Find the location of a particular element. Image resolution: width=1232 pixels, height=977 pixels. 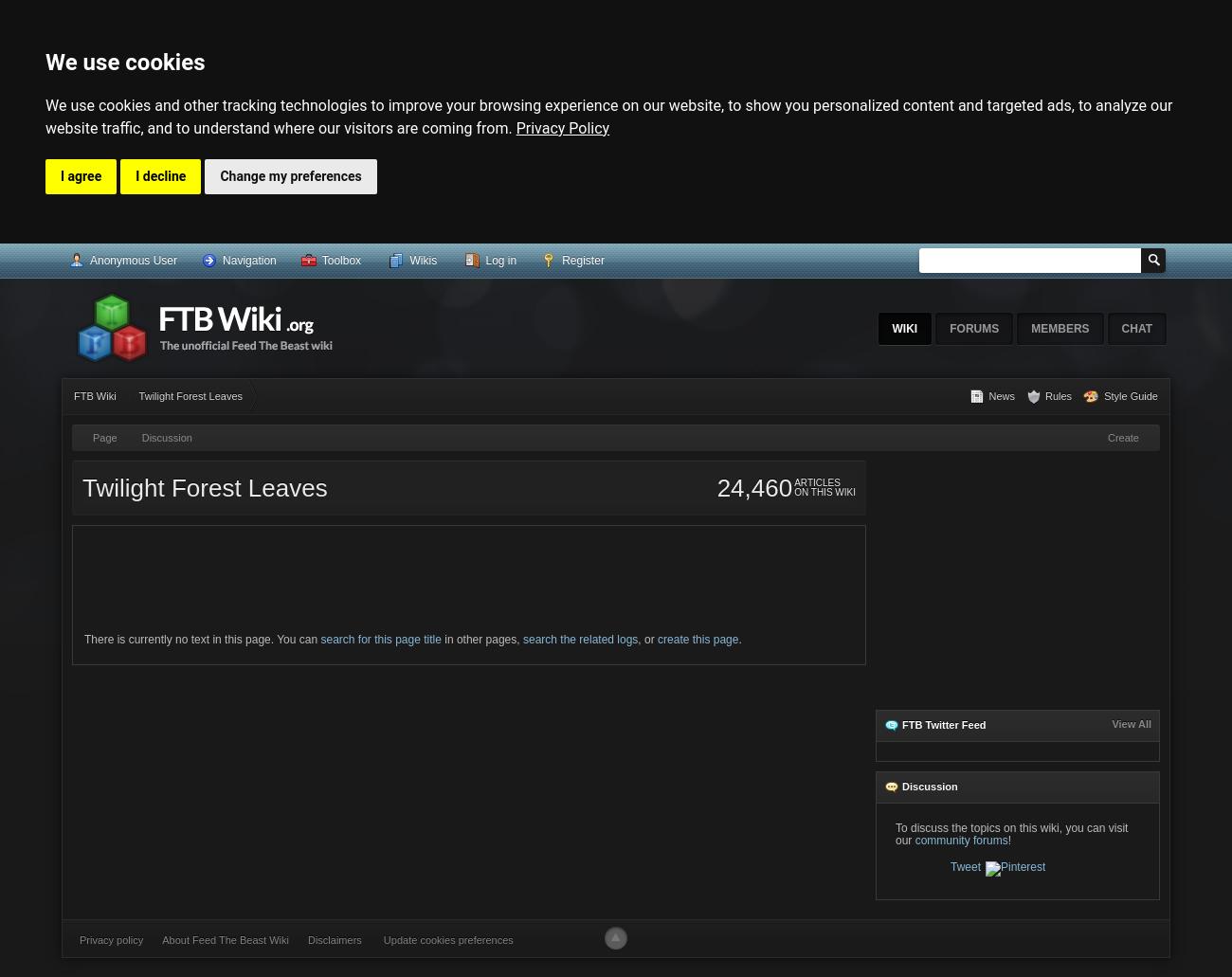

'Anonymous User' is located at coordinates (133, 260).